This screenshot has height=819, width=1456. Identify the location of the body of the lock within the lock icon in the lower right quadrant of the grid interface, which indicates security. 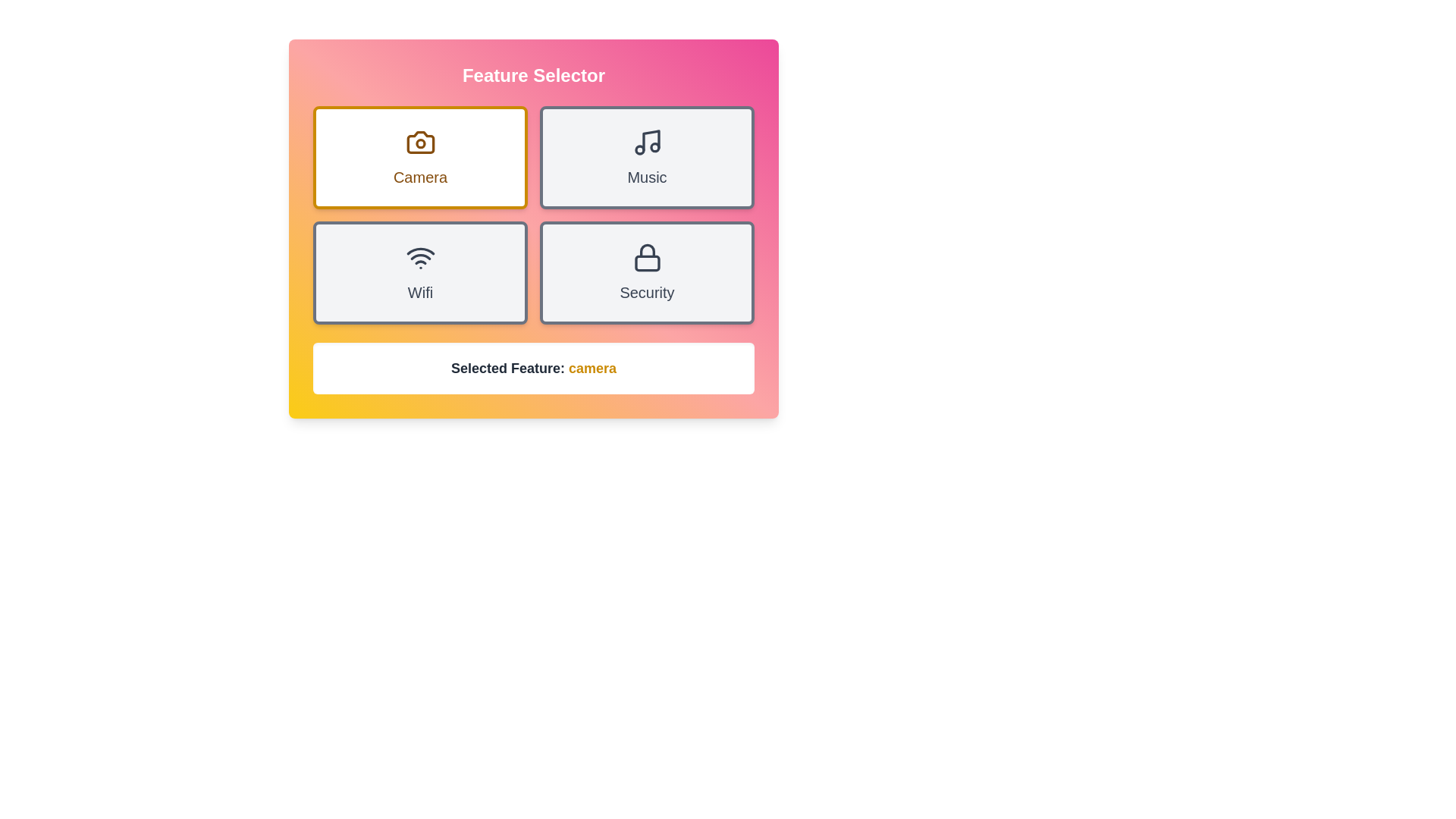
(647, 262).